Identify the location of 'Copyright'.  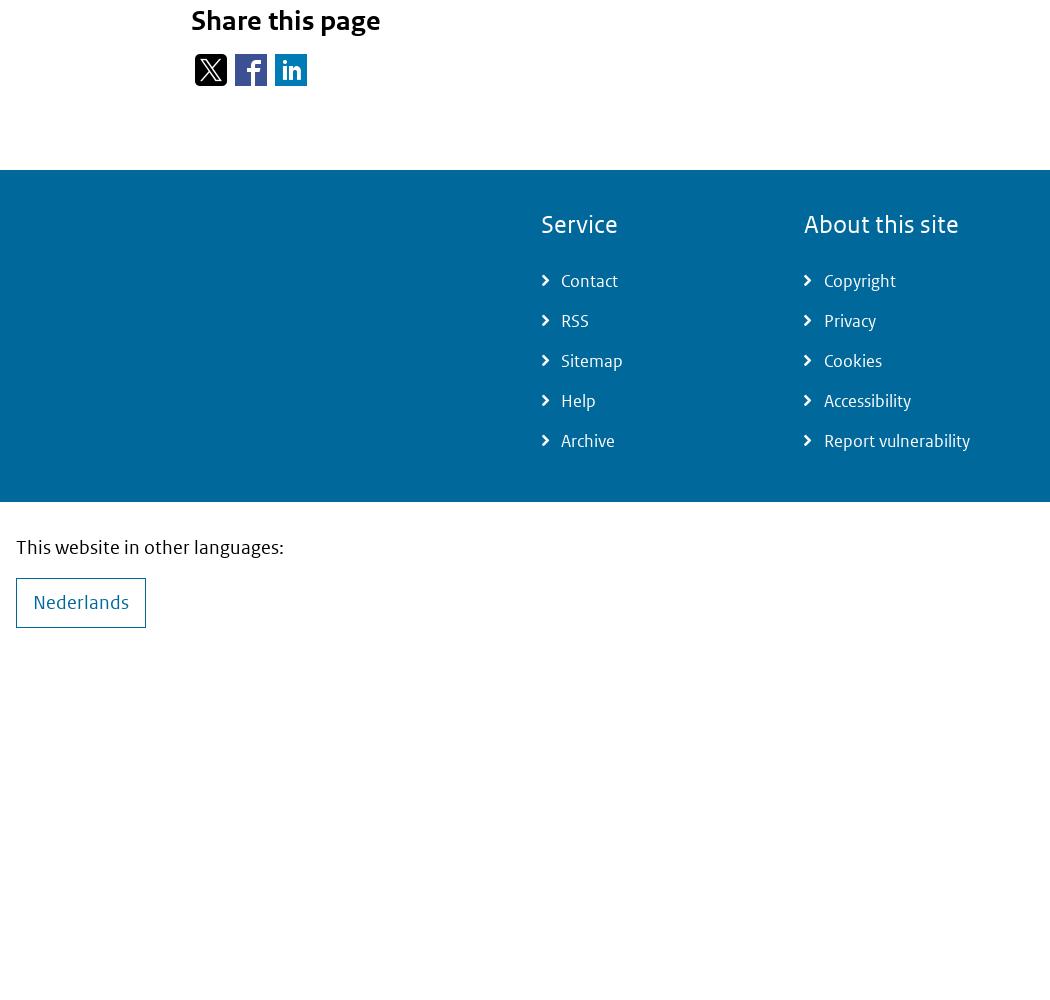
(821, 281).